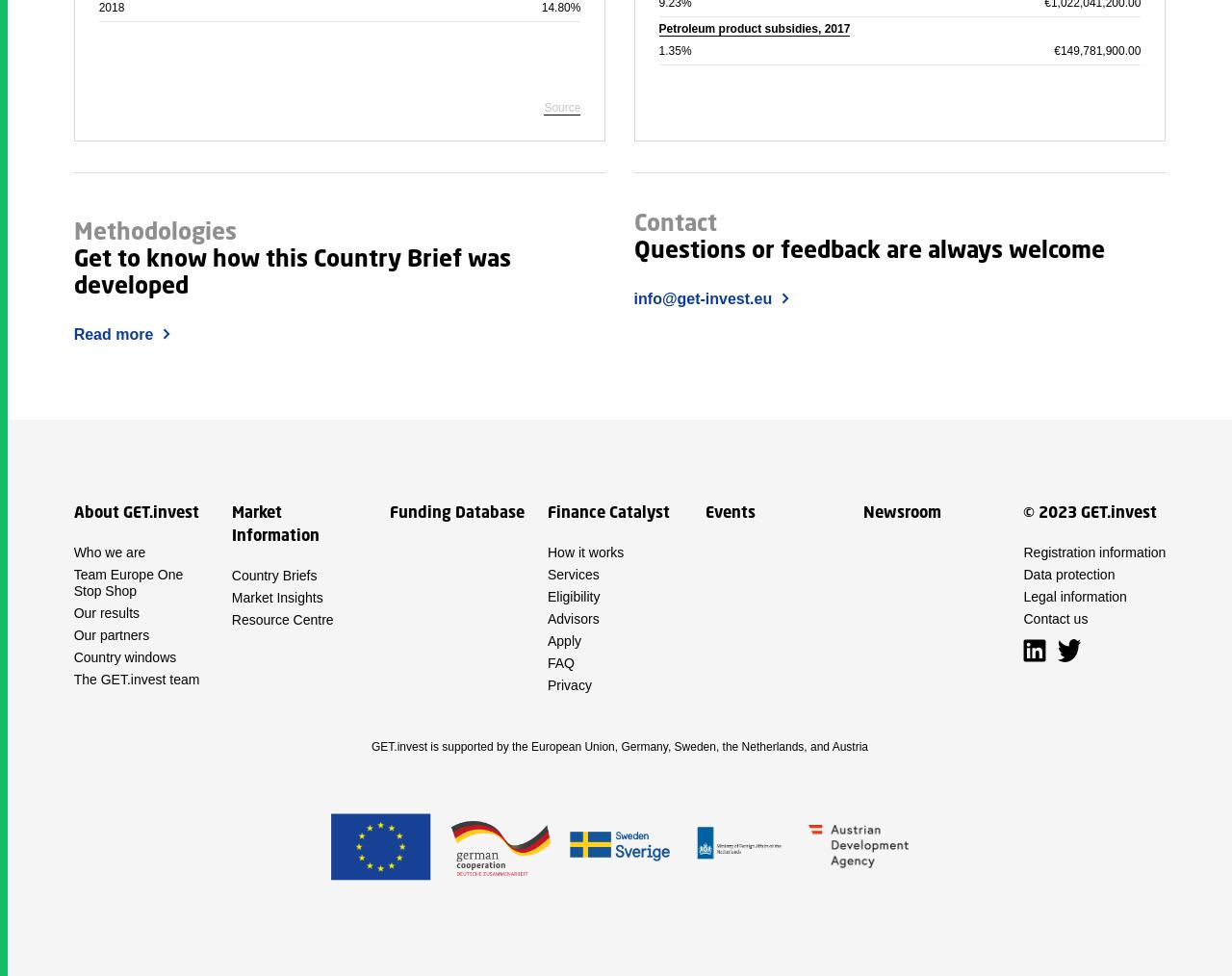 The height and width of the screenshot is (976, 1232). I want to click on 'Market Information', so click(273, 524).